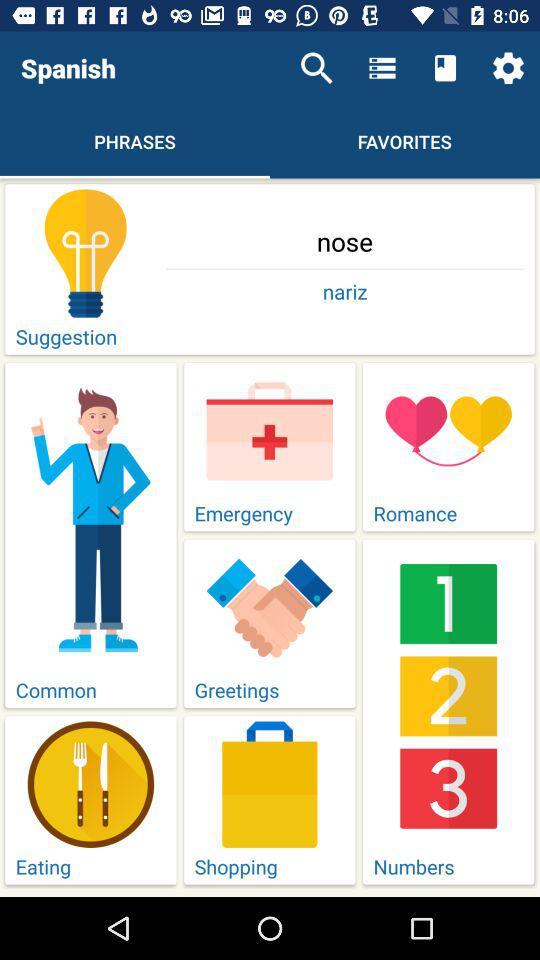  I want to click on the item above nose icon, so click(508, 68).